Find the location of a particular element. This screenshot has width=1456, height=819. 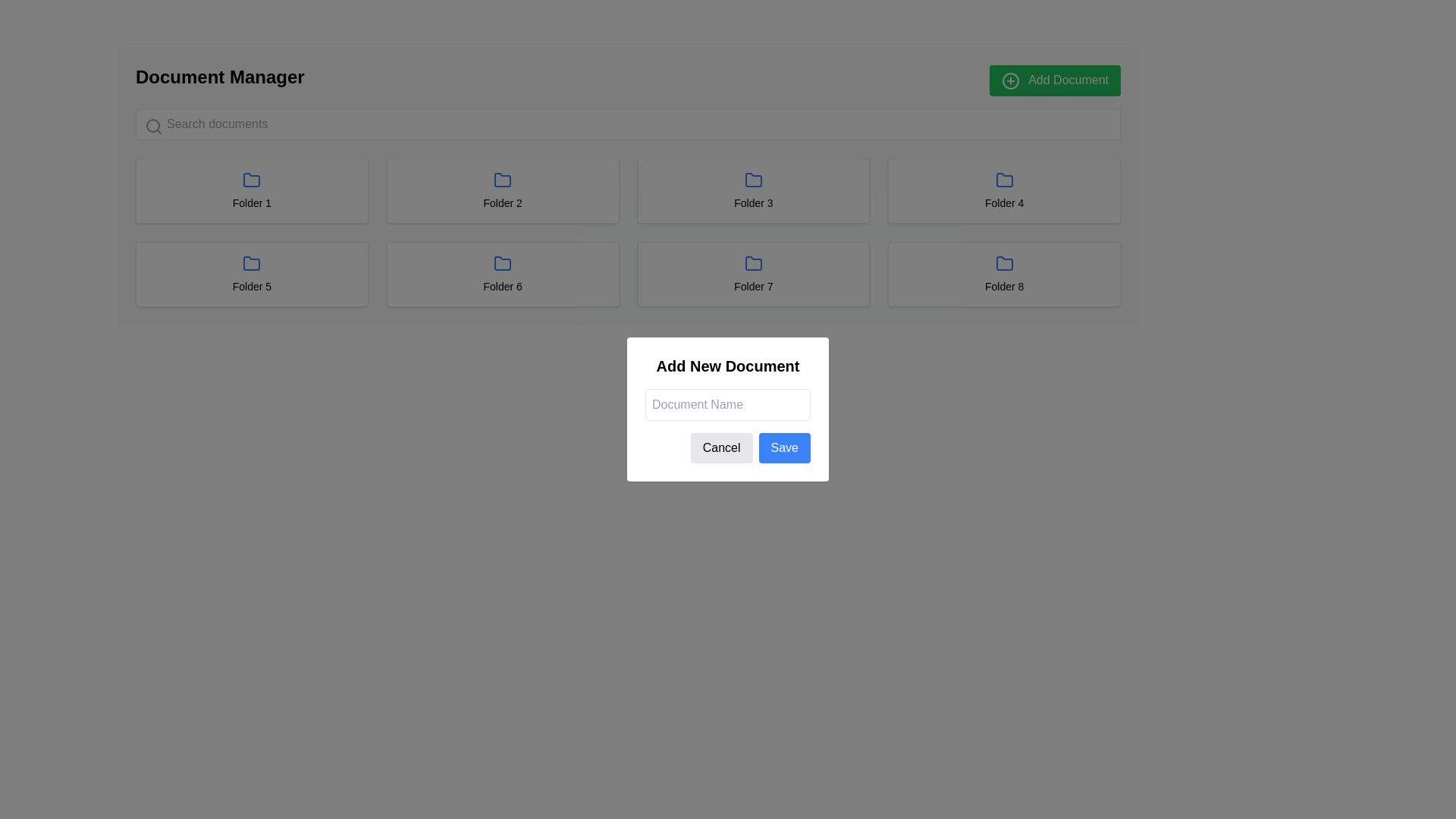

the graphic icon component of the folder styled with a blue outline, which is part of the third folder from the left in the first row is located at coordinates (753, 179).